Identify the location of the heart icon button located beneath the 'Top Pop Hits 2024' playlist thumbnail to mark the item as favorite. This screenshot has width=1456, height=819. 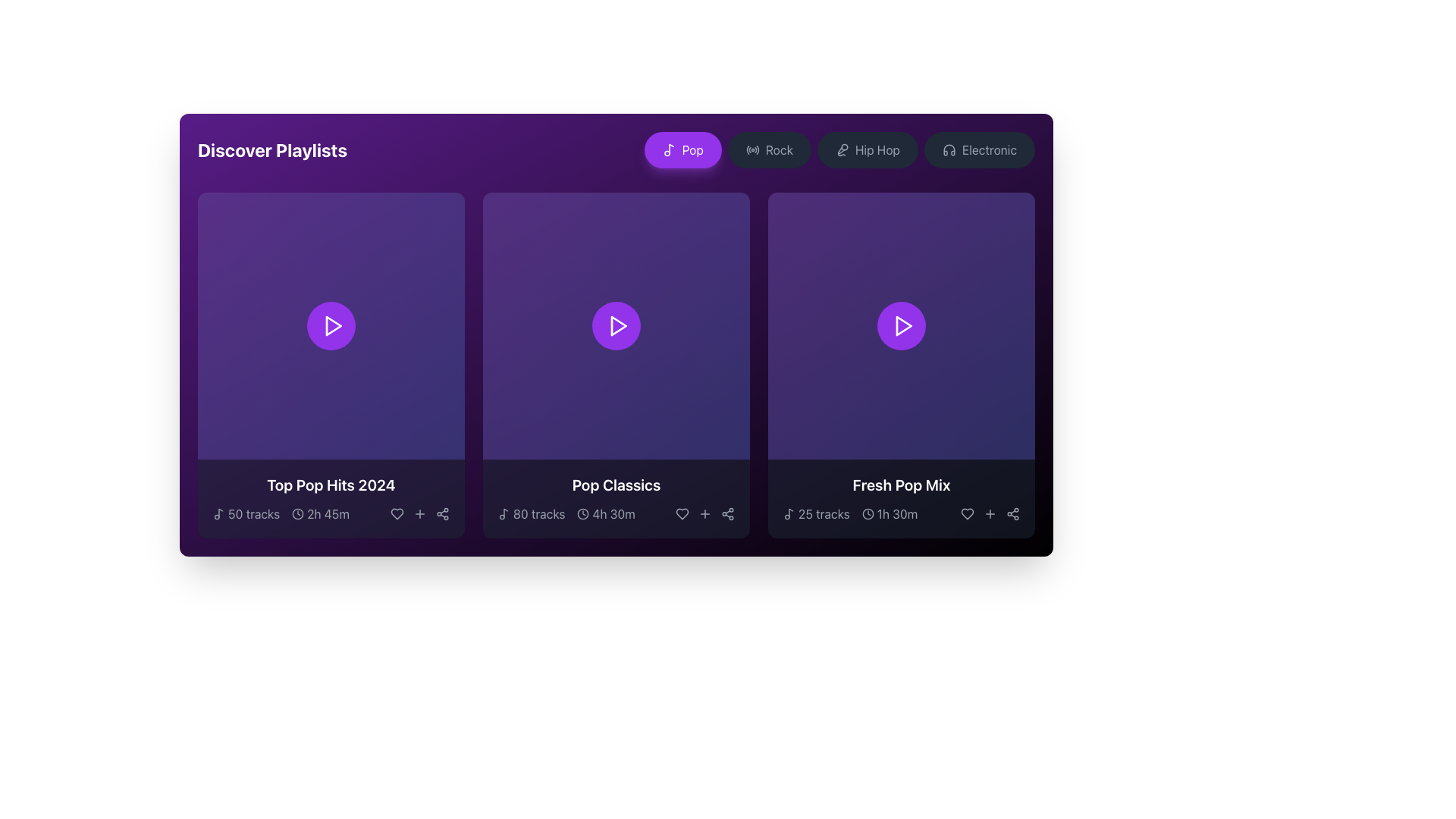
(397, 513).